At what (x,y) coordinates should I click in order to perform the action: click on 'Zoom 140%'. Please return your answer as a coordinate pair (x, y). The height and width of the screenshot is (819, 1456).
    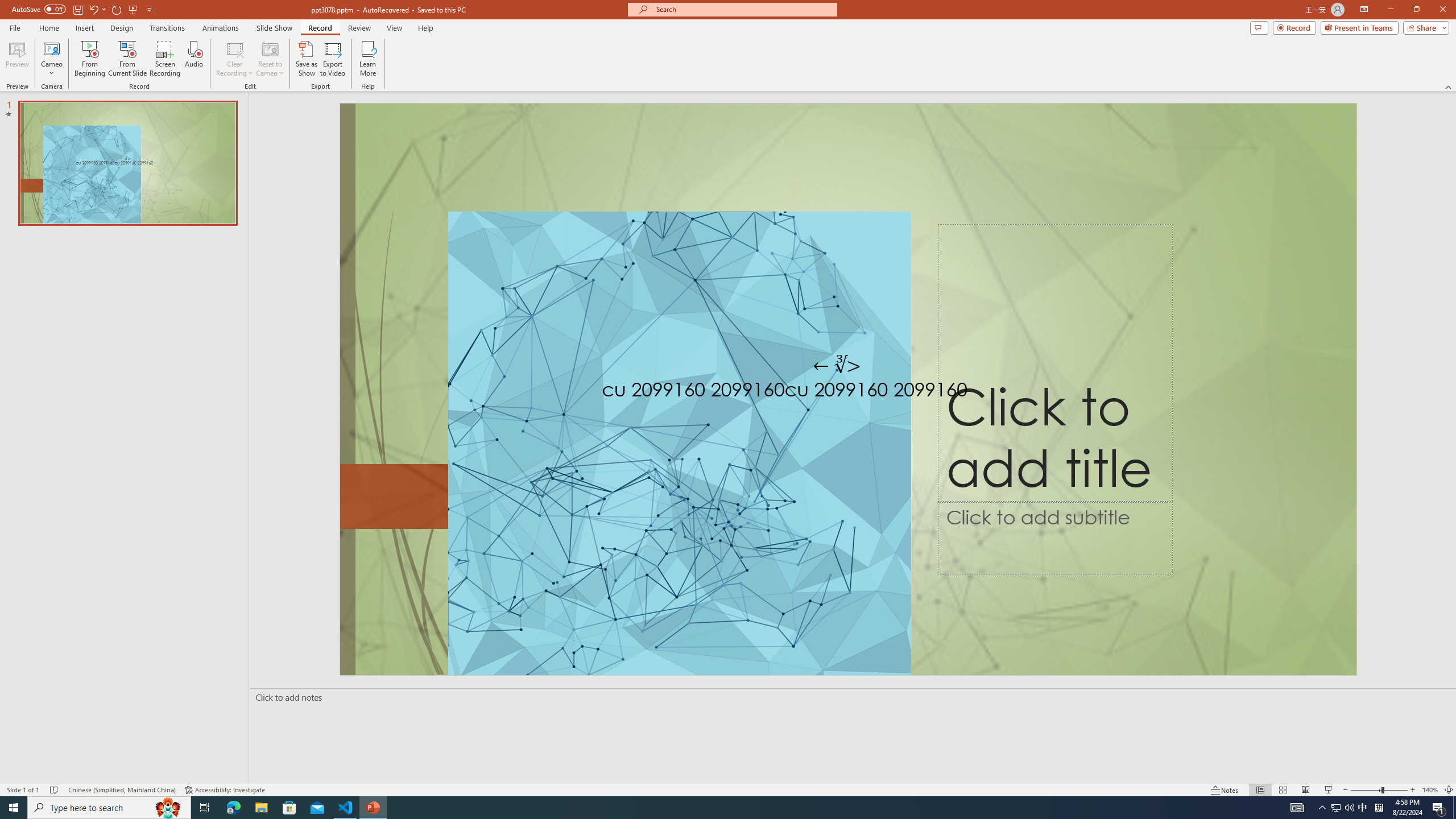
    Looking at the image, I should click on (1430, 790).